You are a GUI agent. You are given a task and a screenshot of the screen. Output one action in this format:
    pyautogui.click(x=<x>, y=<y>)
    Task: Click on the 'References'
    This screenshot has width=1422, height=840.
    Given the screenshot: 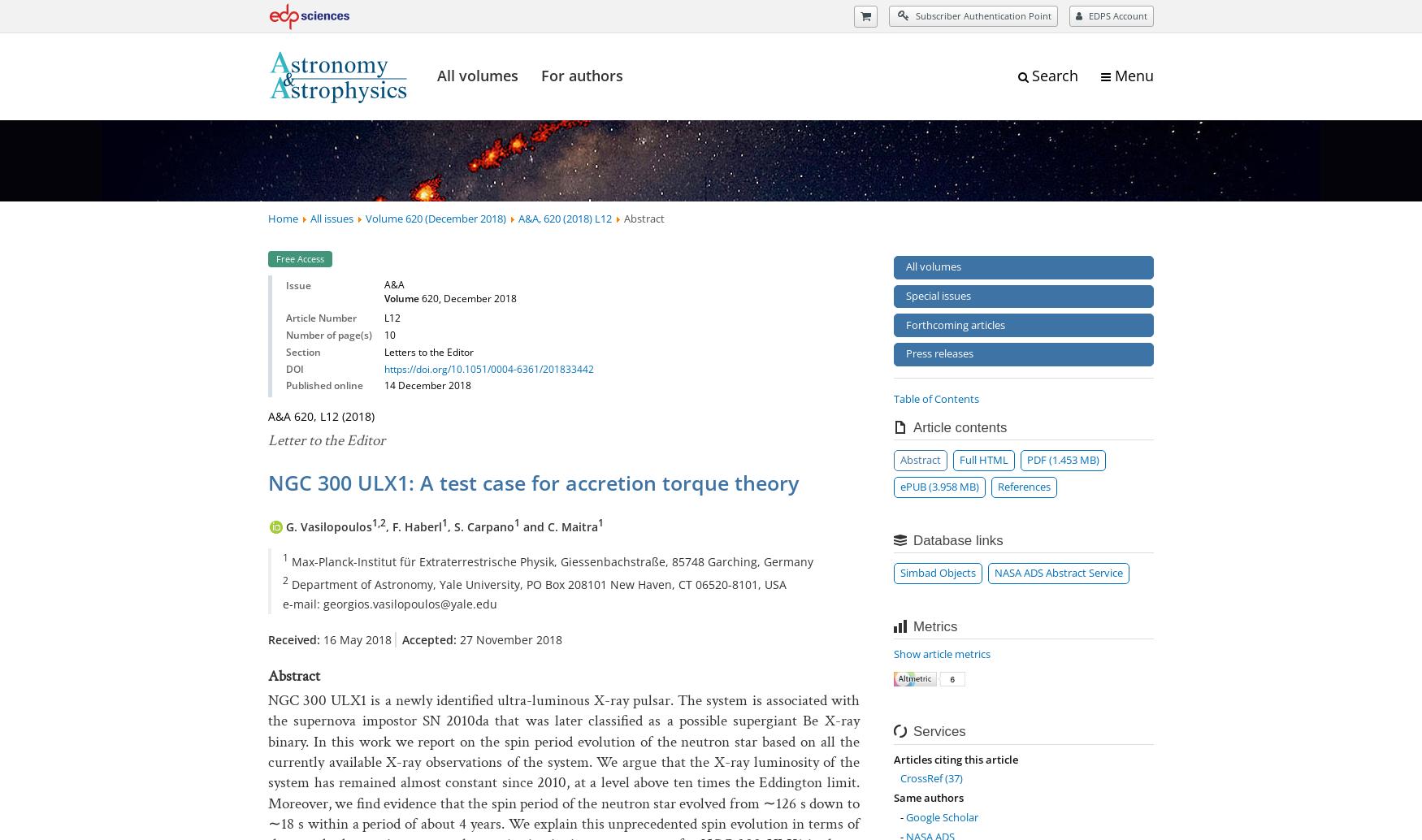 What is the action you would take?
    pyautogui.click(x=1023, y=485)
    